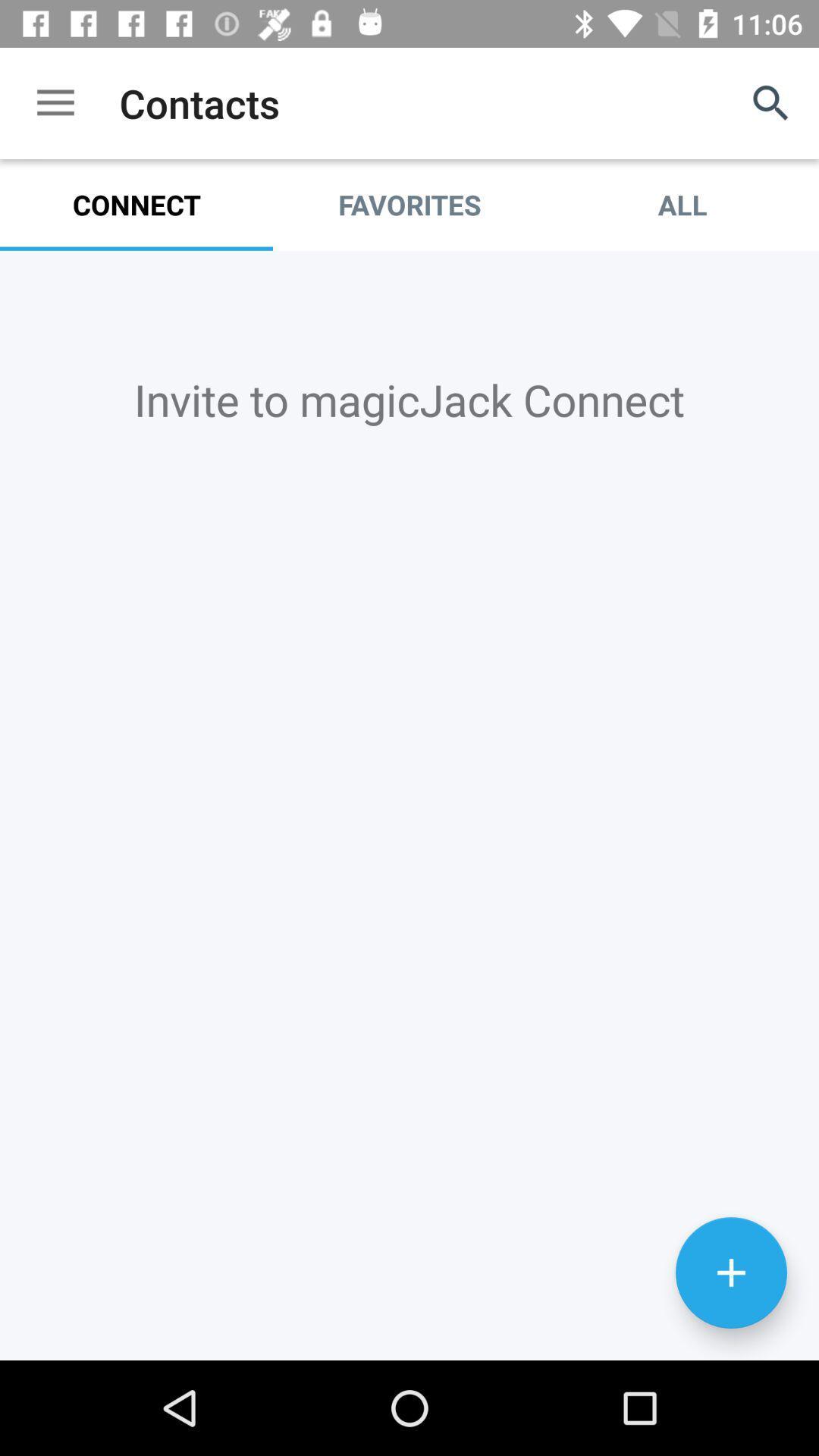  What do you see at coordinates (409, 204) in the screenshot?
I see `item to the right of connect` at bounding box center [409, 204].